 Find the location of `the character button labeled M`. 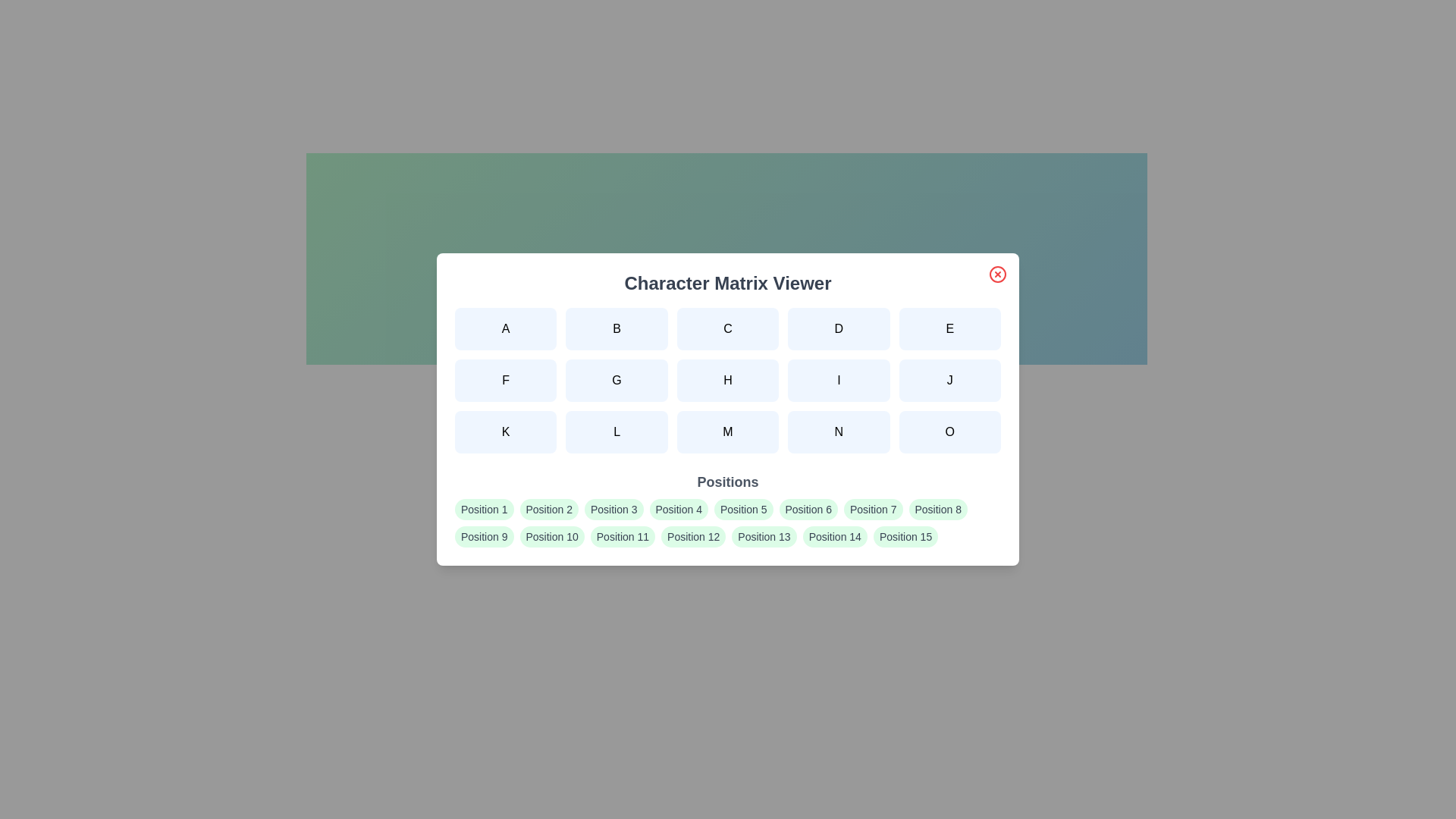

the character button labeled M is located at coordinates (728, 432).